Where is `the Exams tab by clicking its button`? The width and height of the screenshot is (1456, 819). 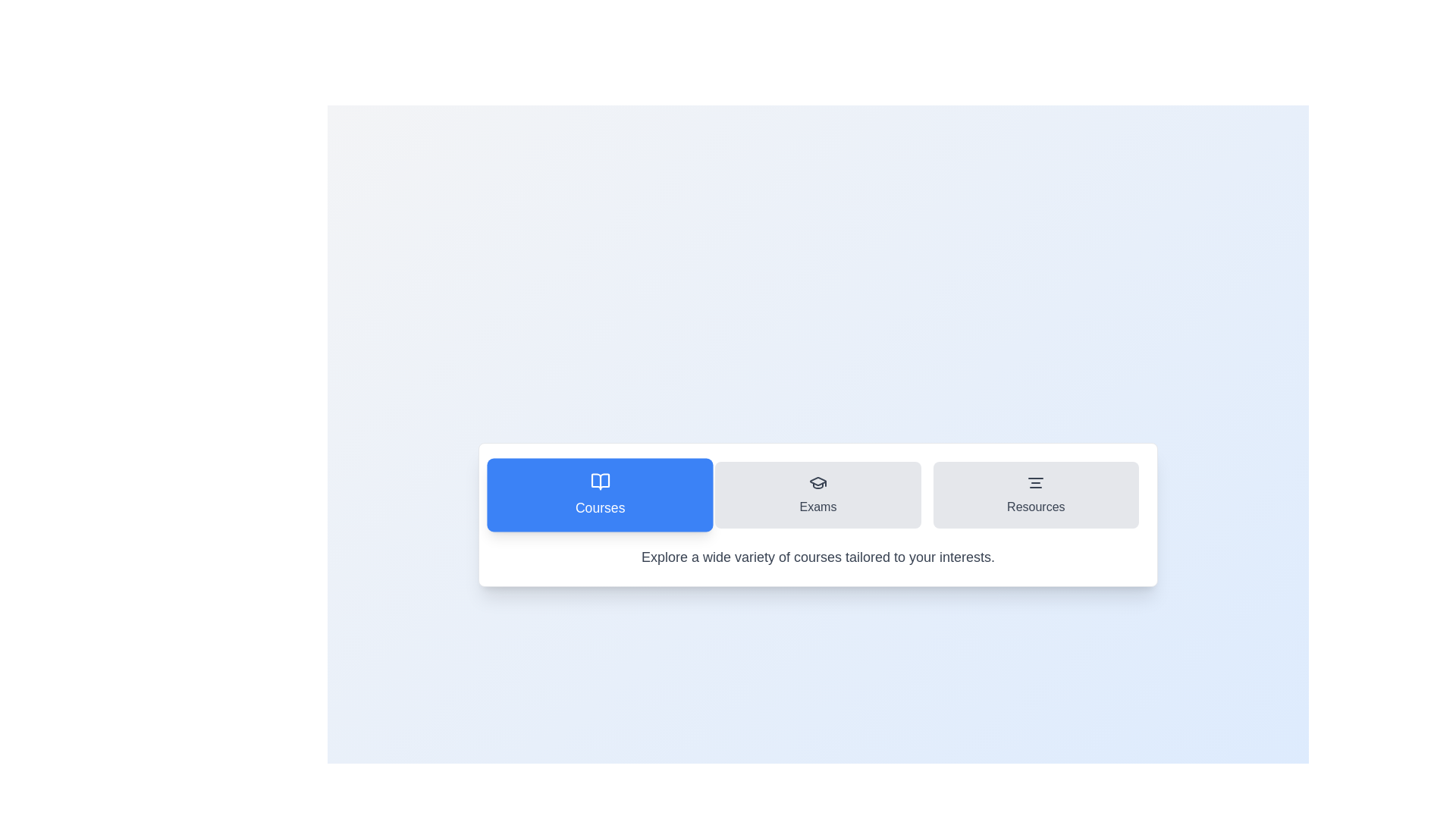
the Exams tab by clicking its button is located at coordinates (817, 494).